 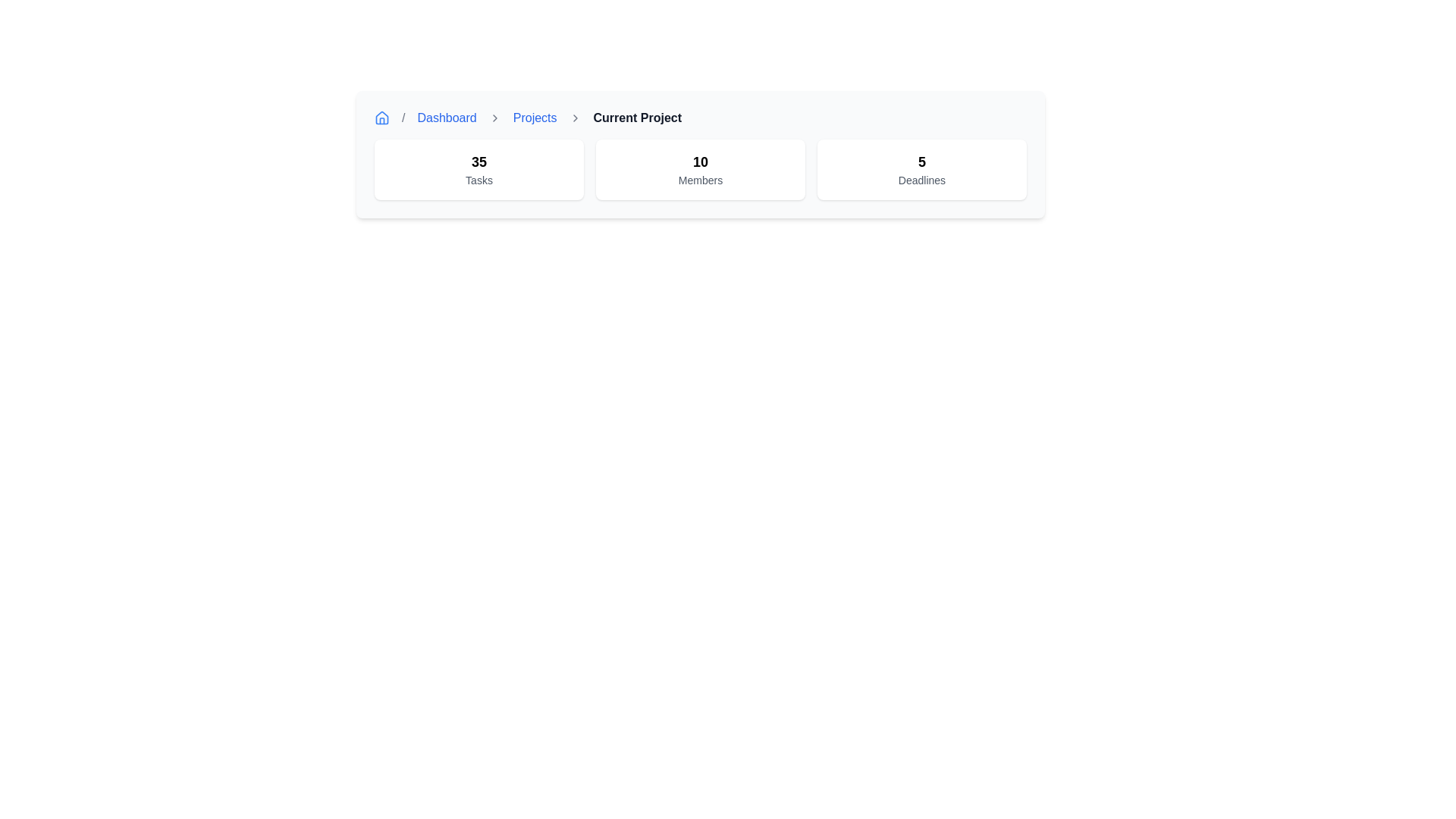 I want to click on the 'Dashboard', 'Projects', or 'Current Project' links, so click(x=700, y=117).